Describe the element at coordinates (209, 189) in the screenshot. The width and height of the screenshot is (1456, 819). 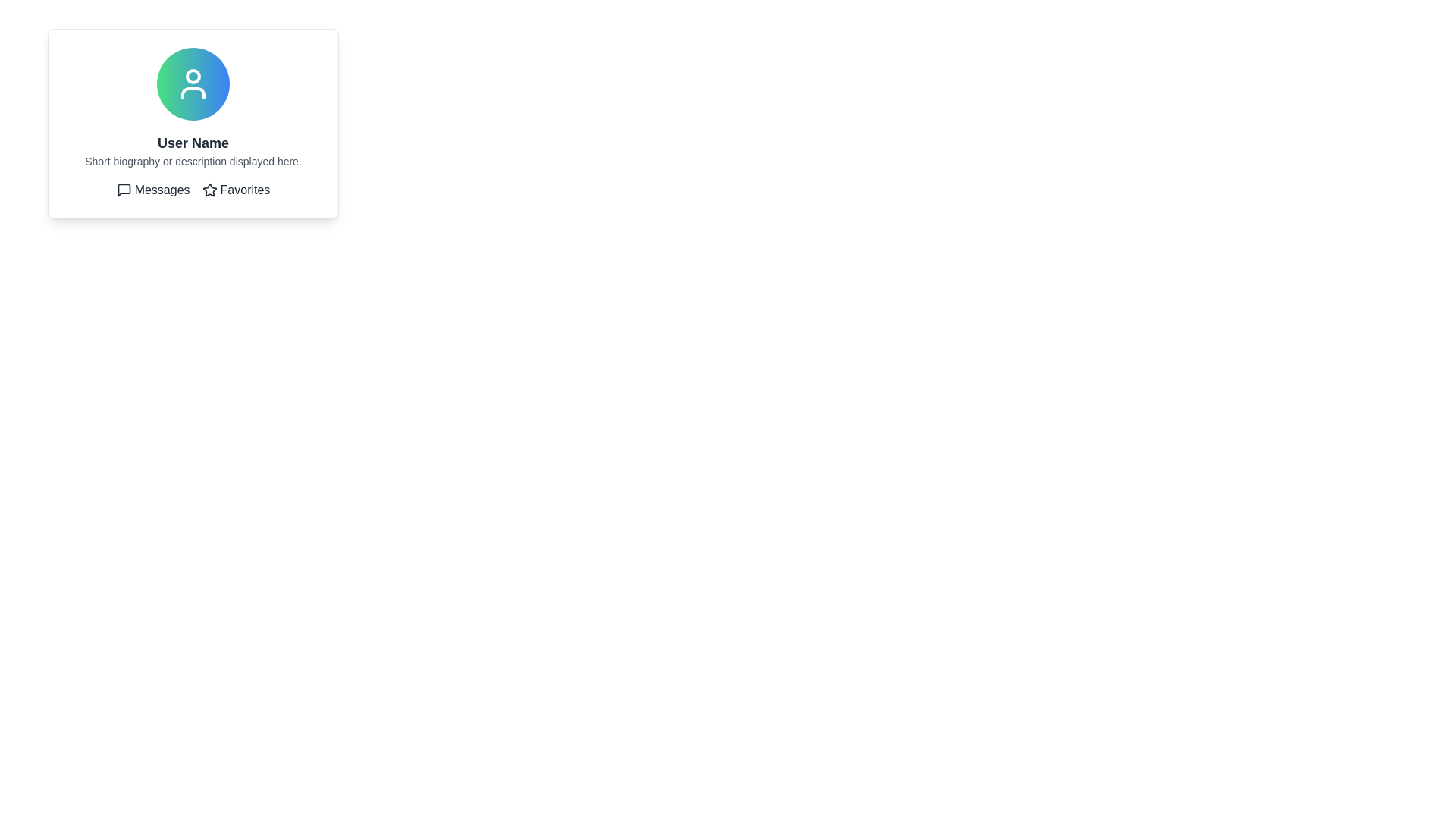
I see `the star icon with a hollow center and bold outline, located to the right of the 'Messages' label and above the 'Favorites' label in the user profile card section` at that location.